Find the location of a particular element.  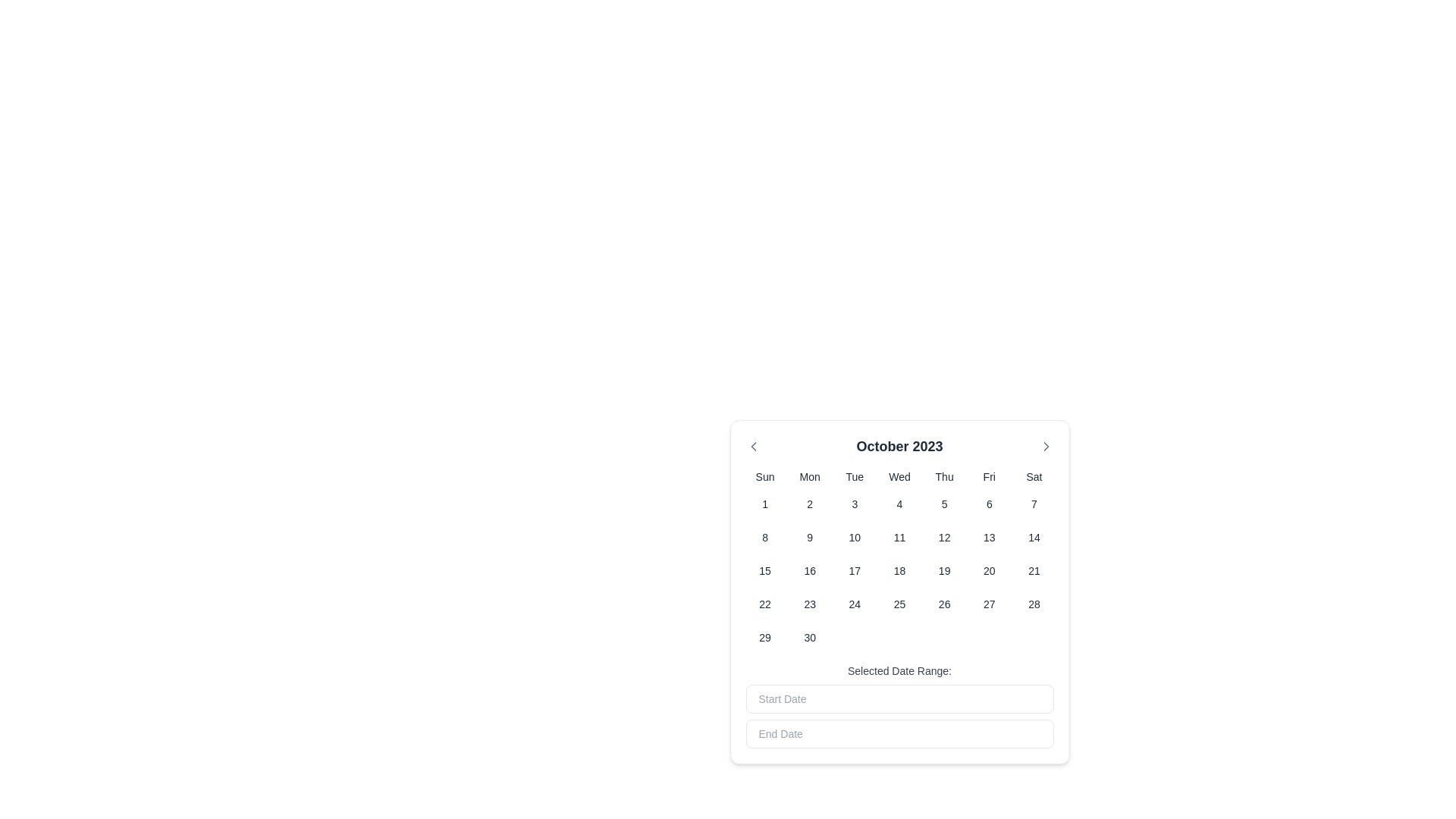

the rectangular button labeled '27' located in the sixth column of the last row of a calendar grid is located at coordinates (989, 604).